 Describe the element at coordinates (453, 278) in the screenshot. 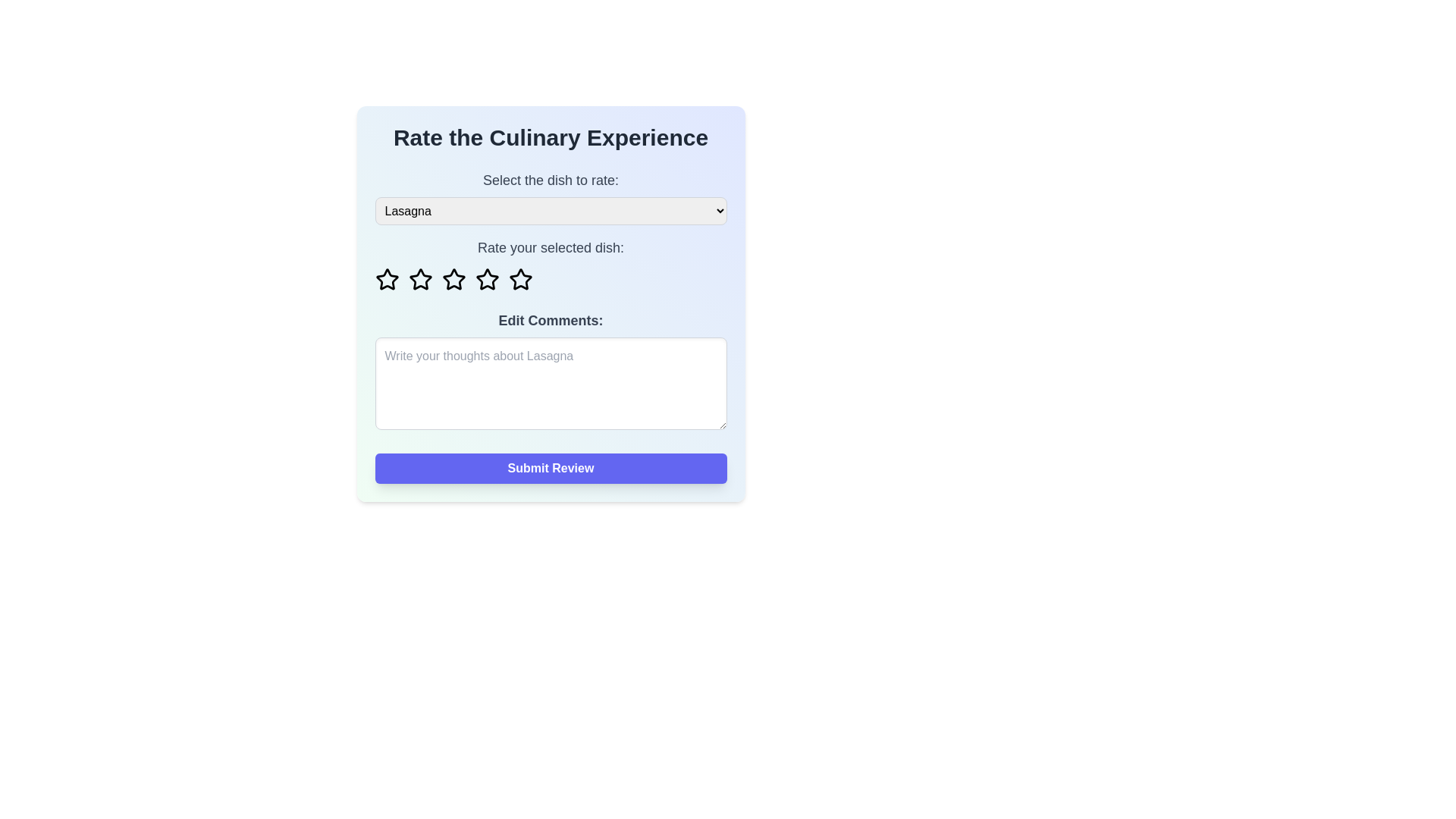

I see `the third star in the rating indicator` at that location.